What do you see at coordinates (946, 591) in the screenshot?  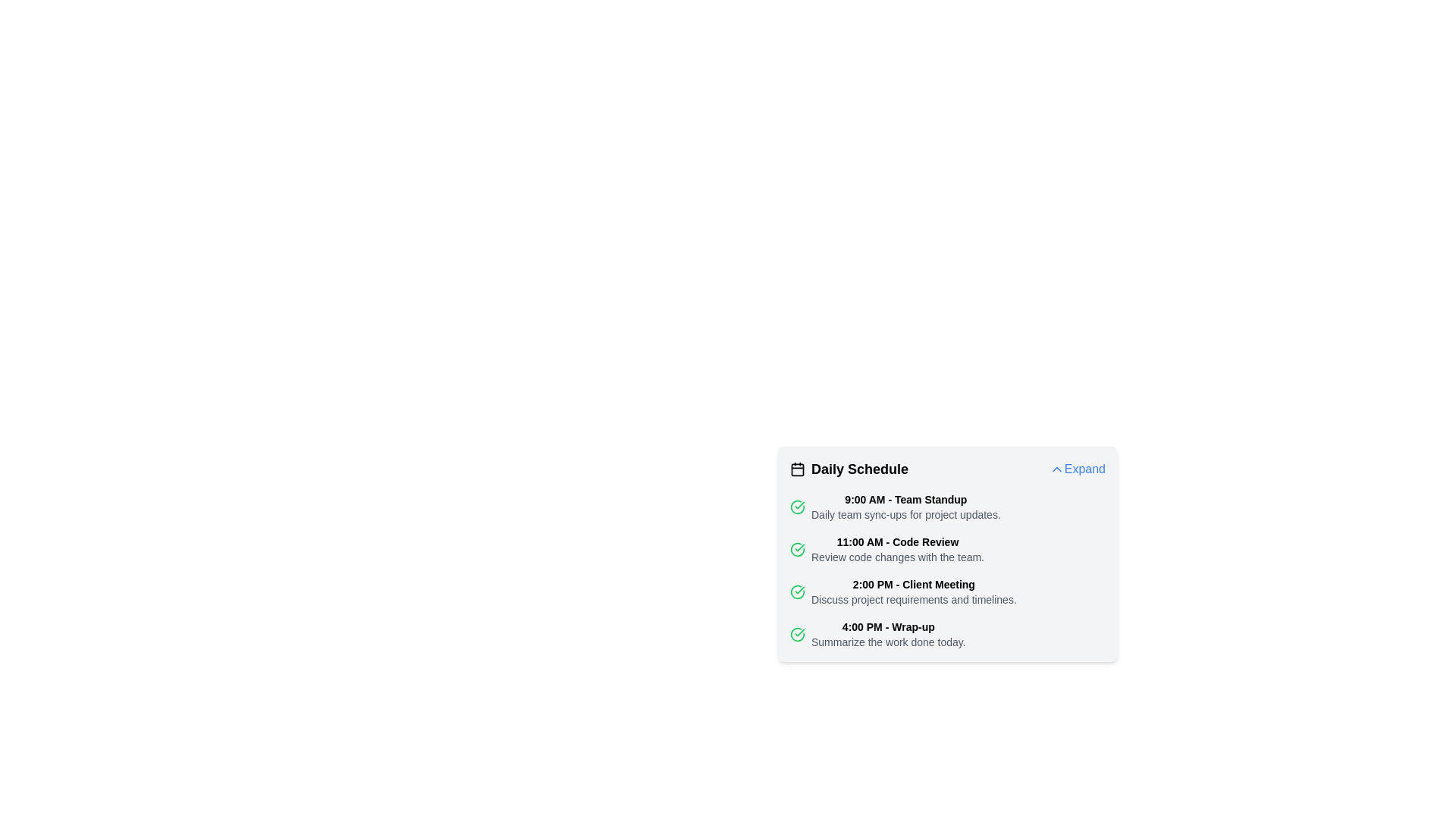 I see `the third list item in the Daily Schedule, which provides details of a meeting event` at bounding box center [946, 591].